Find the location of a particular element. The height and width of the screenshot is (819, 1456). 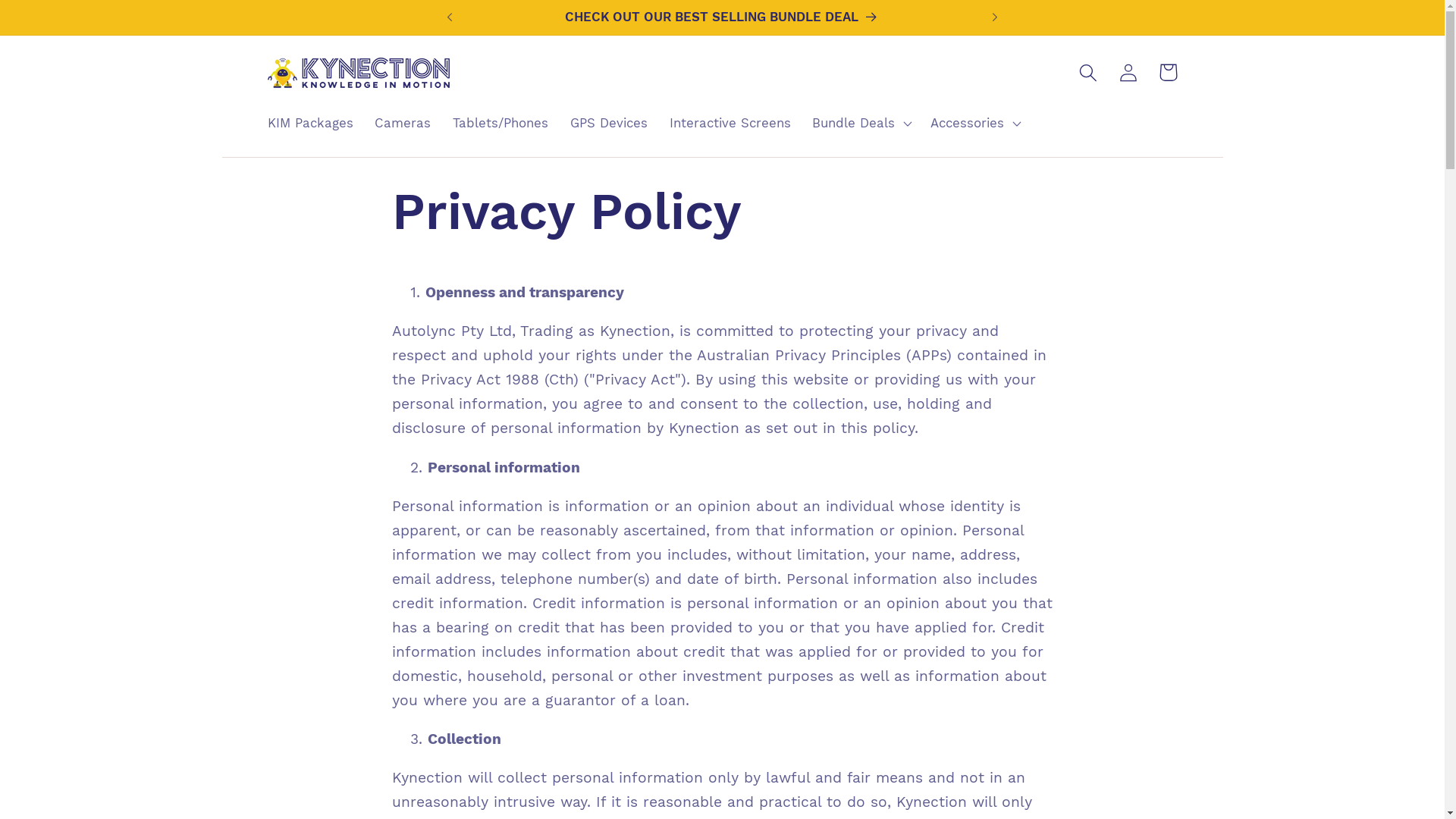

'Log in' is located at coordinates (1128, 72).